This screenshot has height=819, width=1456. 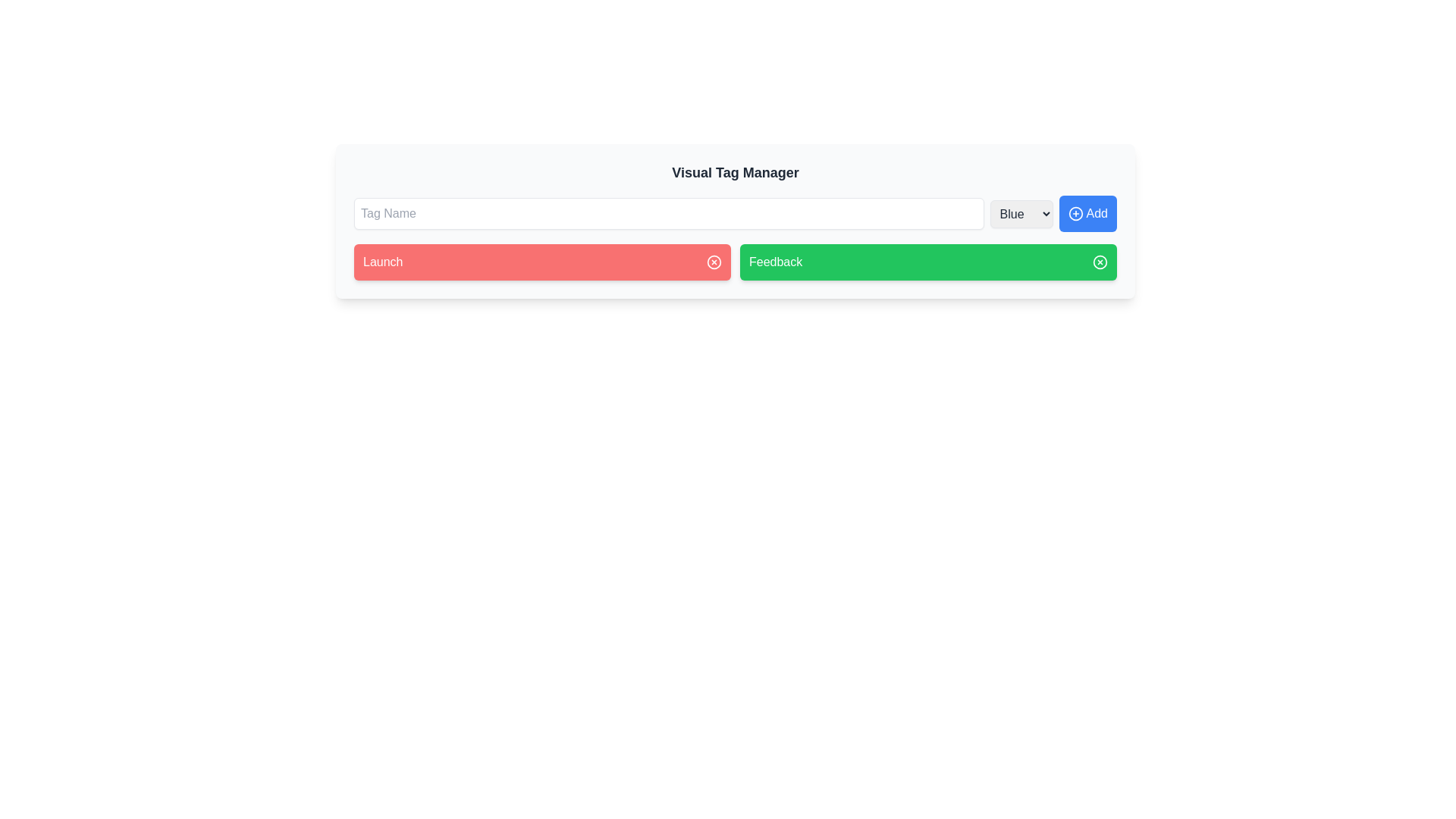 What do you see at coordinates (1075, 213) in the screenshot?
I see `the innermost circular icon element within the graphical icon set, located to the right of the blue 'Add' button in the top-right corner of the interface` at bounding box center [1075, 213].